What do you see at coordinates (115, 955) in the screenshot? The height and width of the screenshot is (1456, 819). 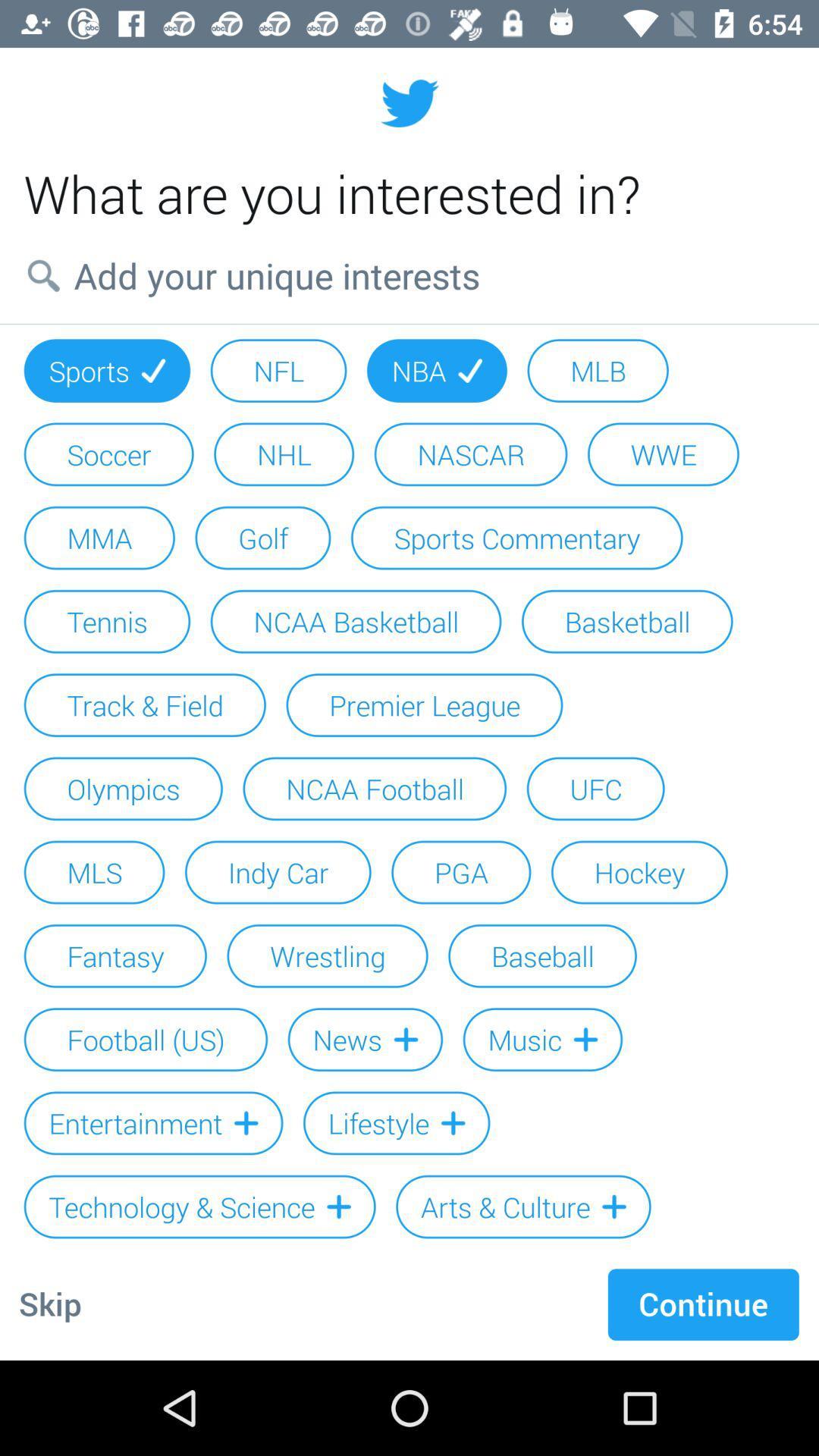 I see `icon below the mls` at bounding box center [115, 955].